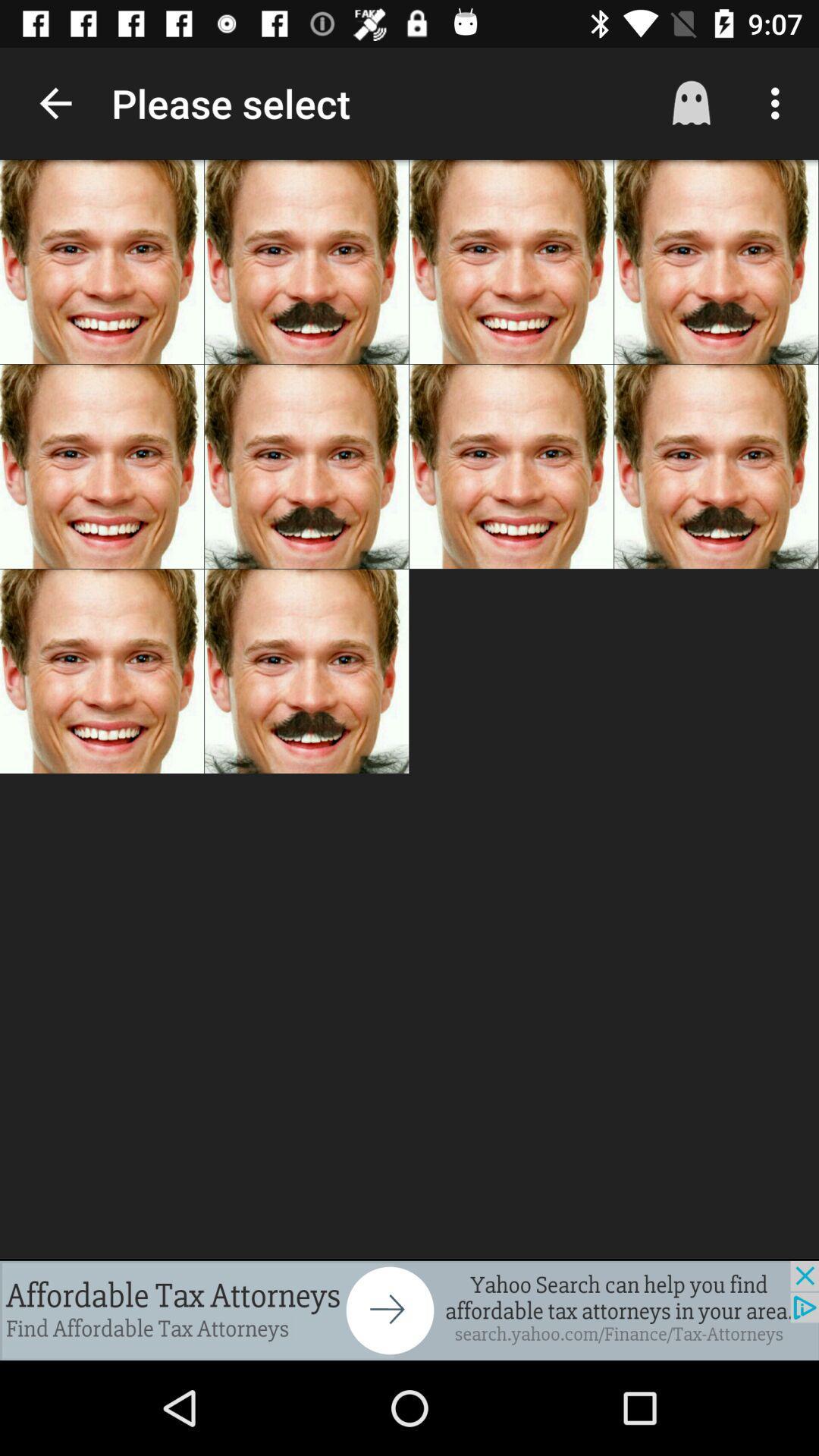 The image size is (819, 1456). I want to click on the last image, so click(306, 670).